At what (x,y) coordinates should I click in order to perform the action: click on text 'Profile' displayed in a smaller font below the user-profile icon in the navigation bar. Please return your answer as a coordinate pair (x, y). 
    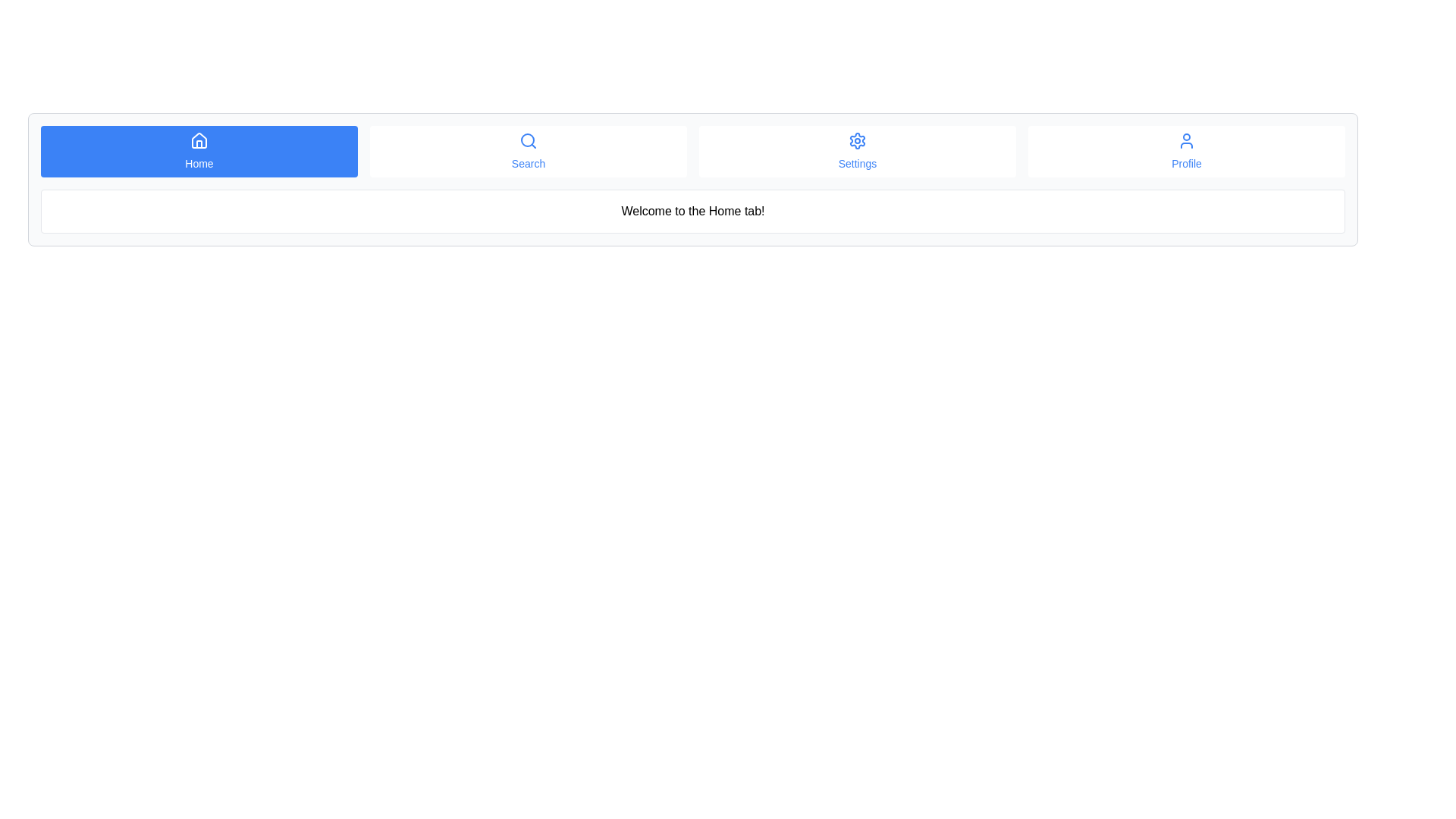
    Looking at the image, I should click on (1185, 164).